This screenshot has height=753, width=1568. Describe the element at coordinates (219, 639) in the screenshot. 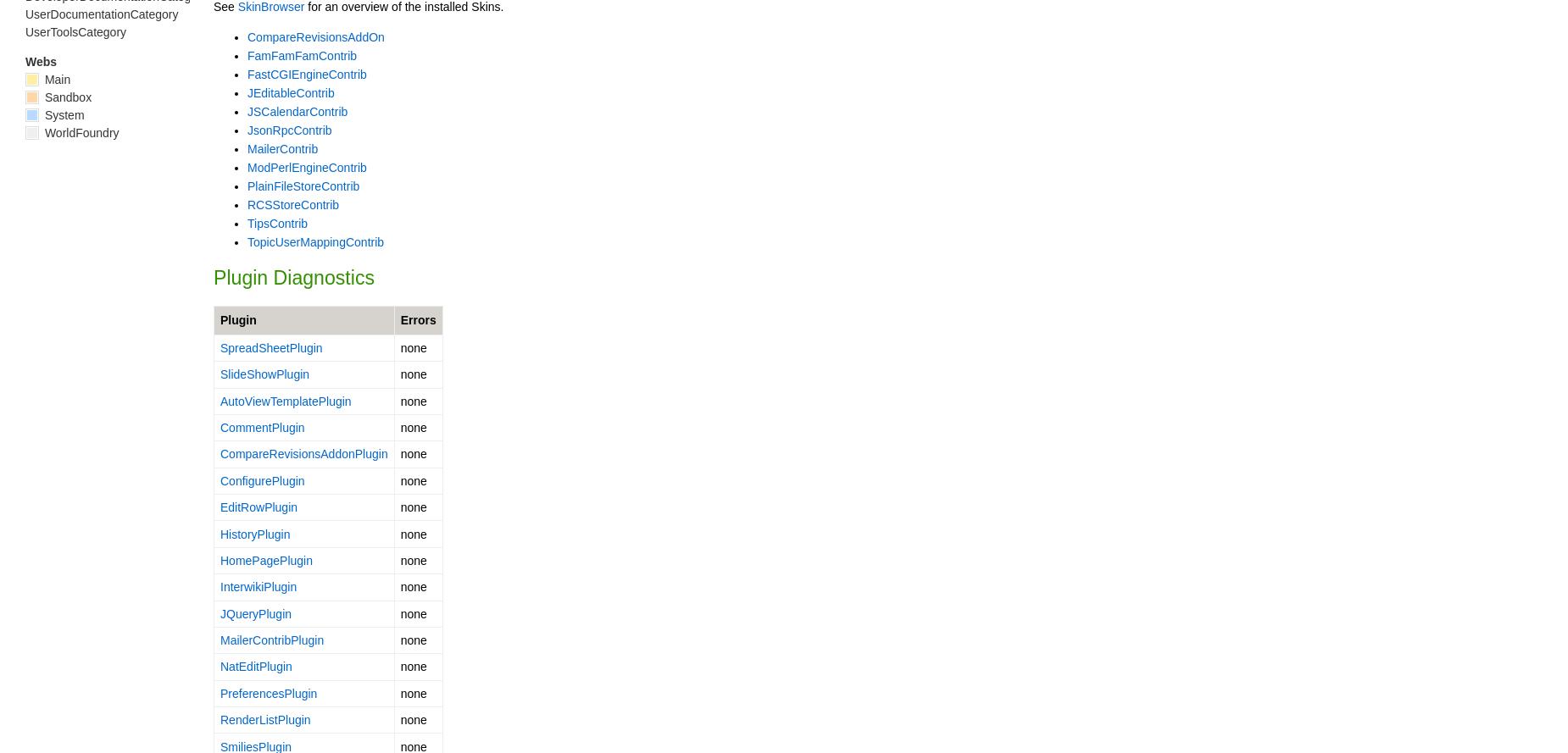

I see `'MailerContribPlugin'` at that location.